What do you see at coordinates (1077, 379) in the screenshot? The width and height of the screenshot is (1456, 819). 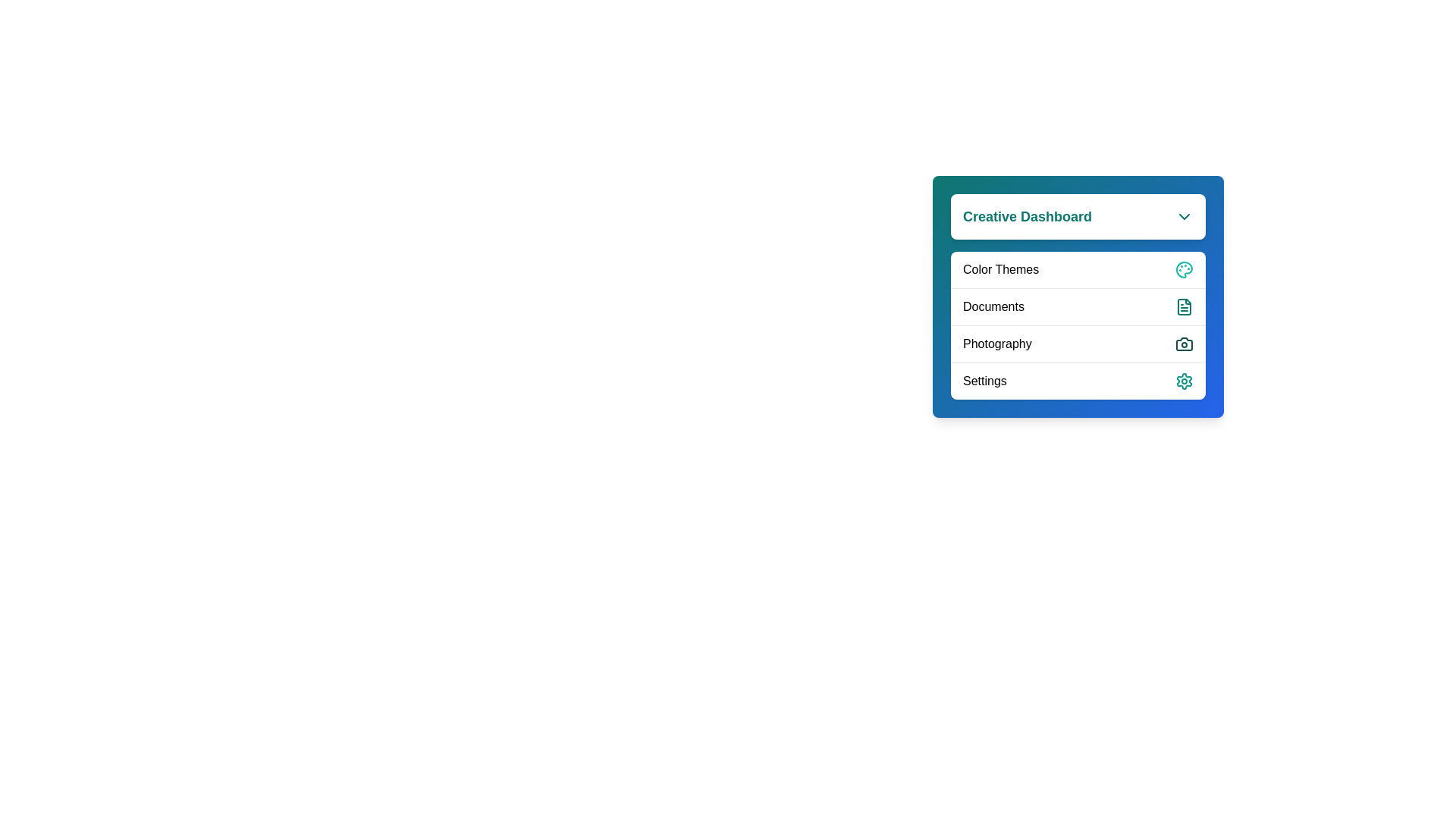 I see `the 'Settings' menu option to select it` at bounding box center [1077, 379].